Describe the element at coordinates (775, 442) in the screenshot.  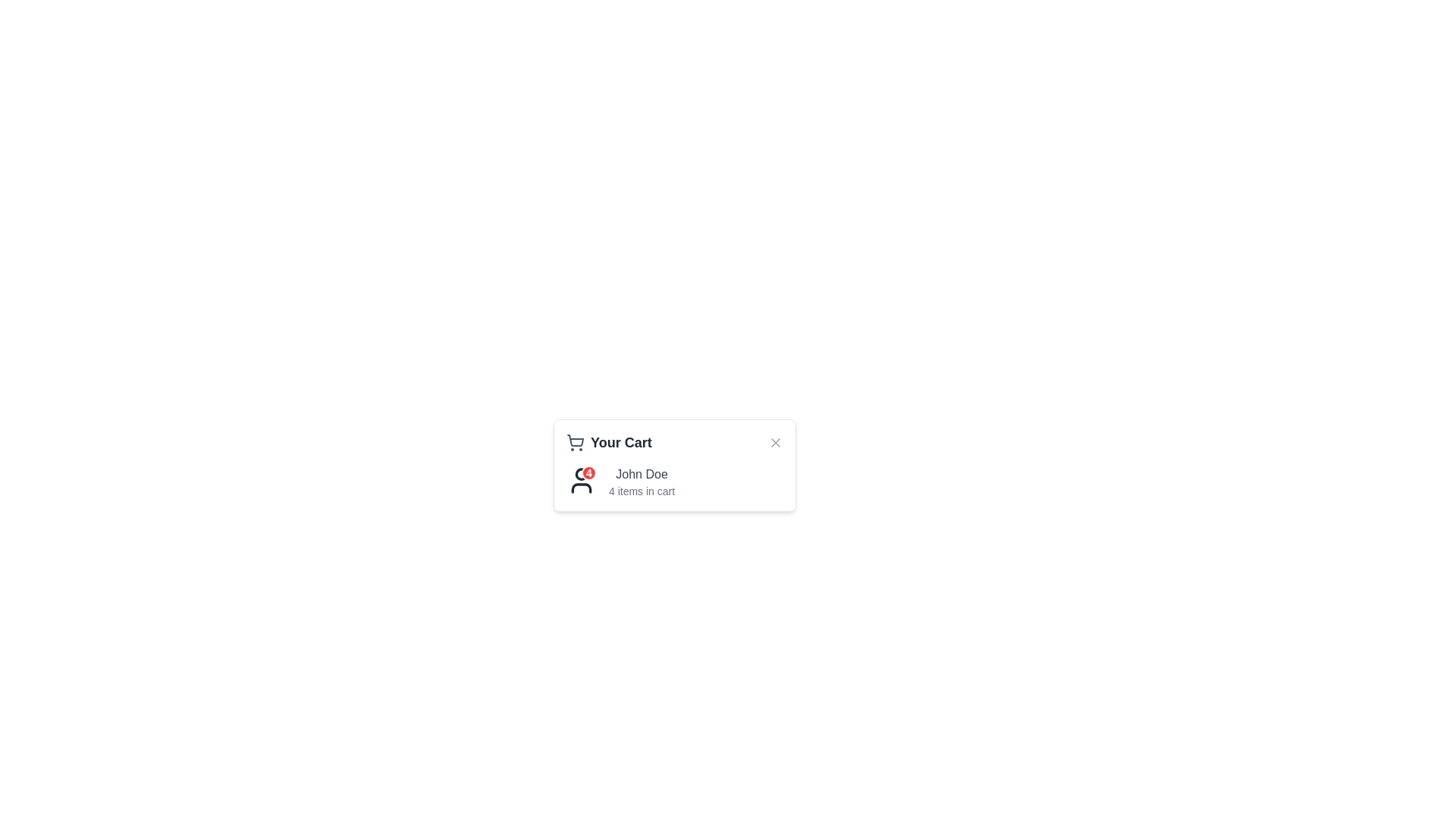
I see `the close button located at the far right of the 'Your Cart' section` at that location.